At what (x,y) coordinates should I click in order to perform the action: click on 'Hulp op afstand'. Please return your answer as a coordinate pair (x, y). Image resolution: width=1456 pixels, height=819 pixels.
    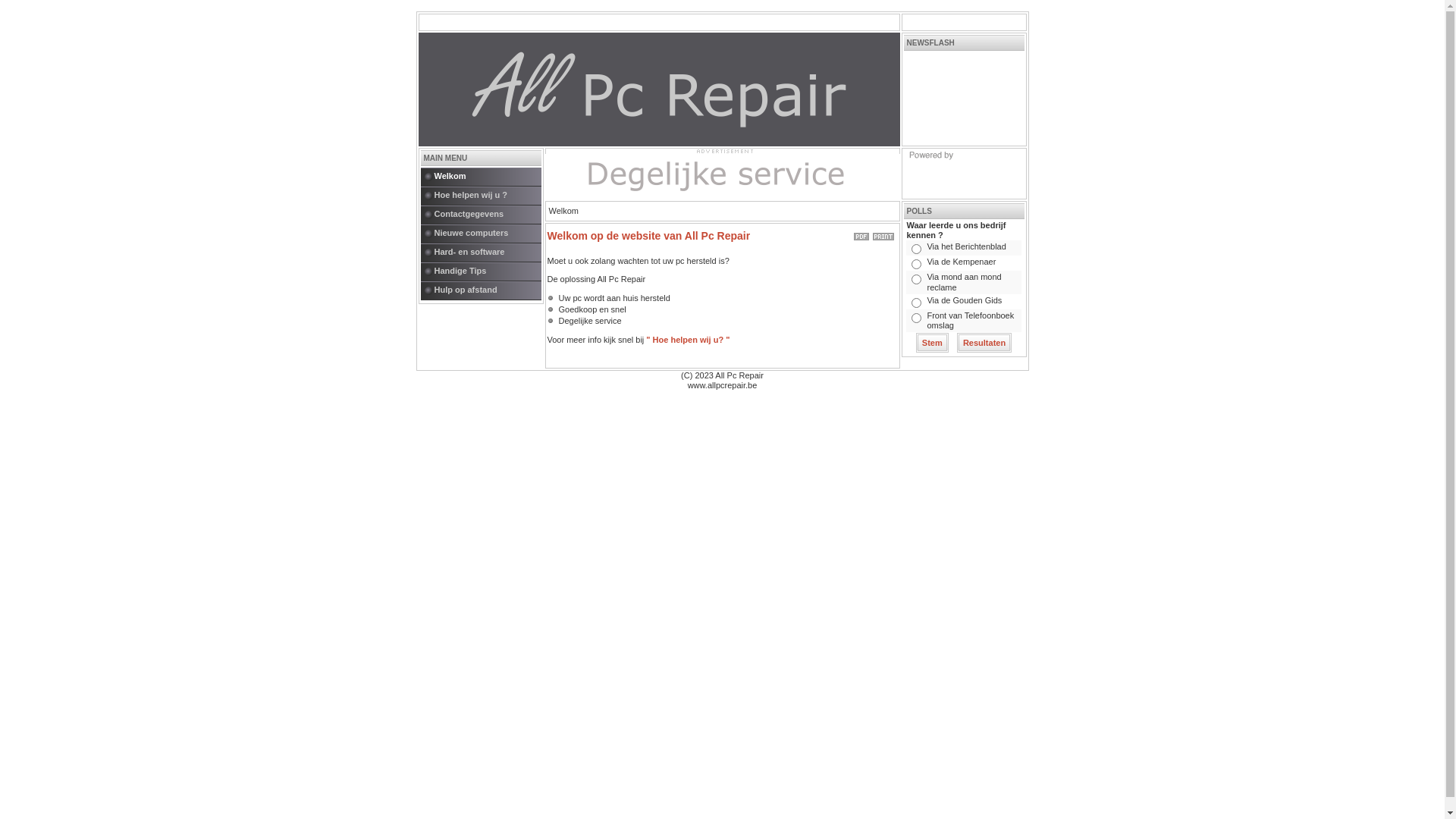
    Looking at the image, I should click on (487, 290).